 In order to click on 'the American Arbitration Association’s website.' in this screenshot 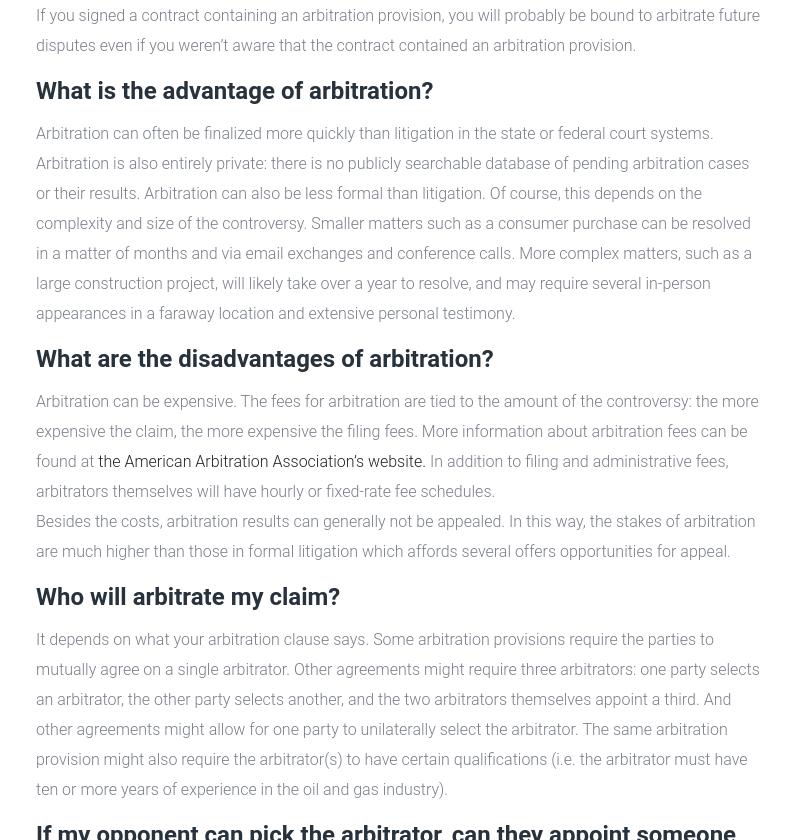, I will do `click(261, 461)`.